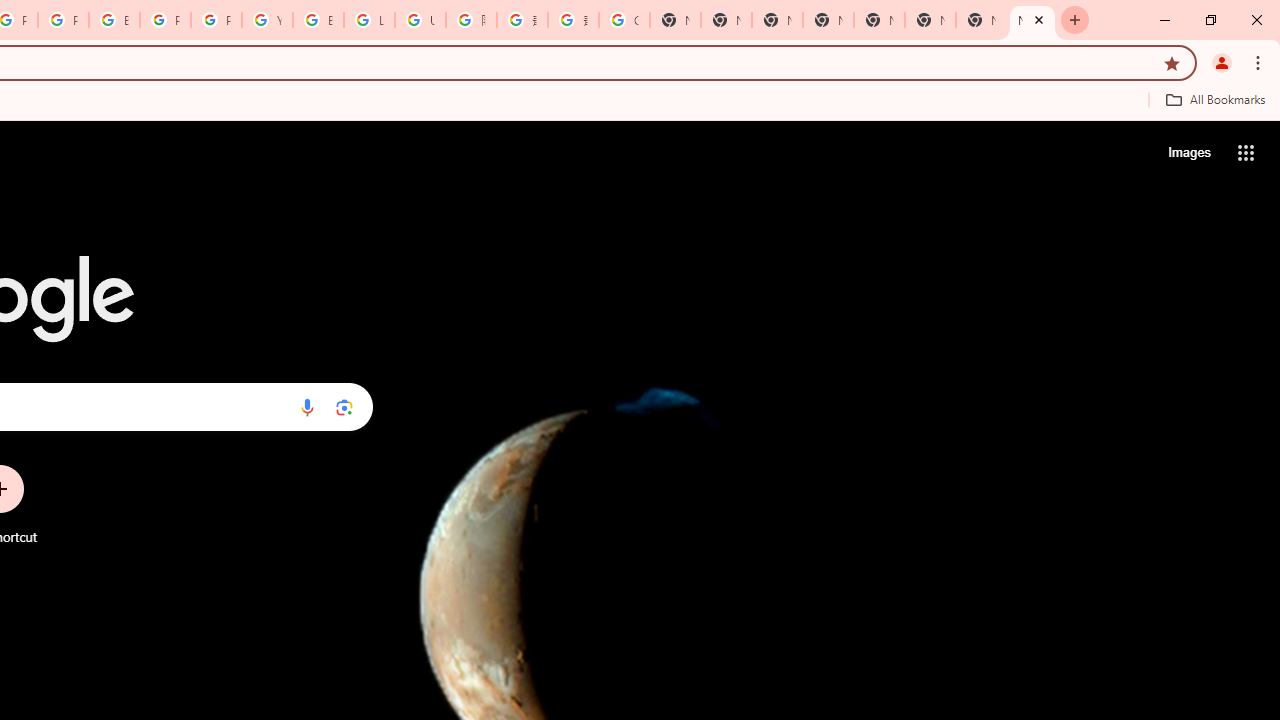 The width and height of the screenshot is (1280, 720). I want to click on 'Google Images', so click(623, 20).